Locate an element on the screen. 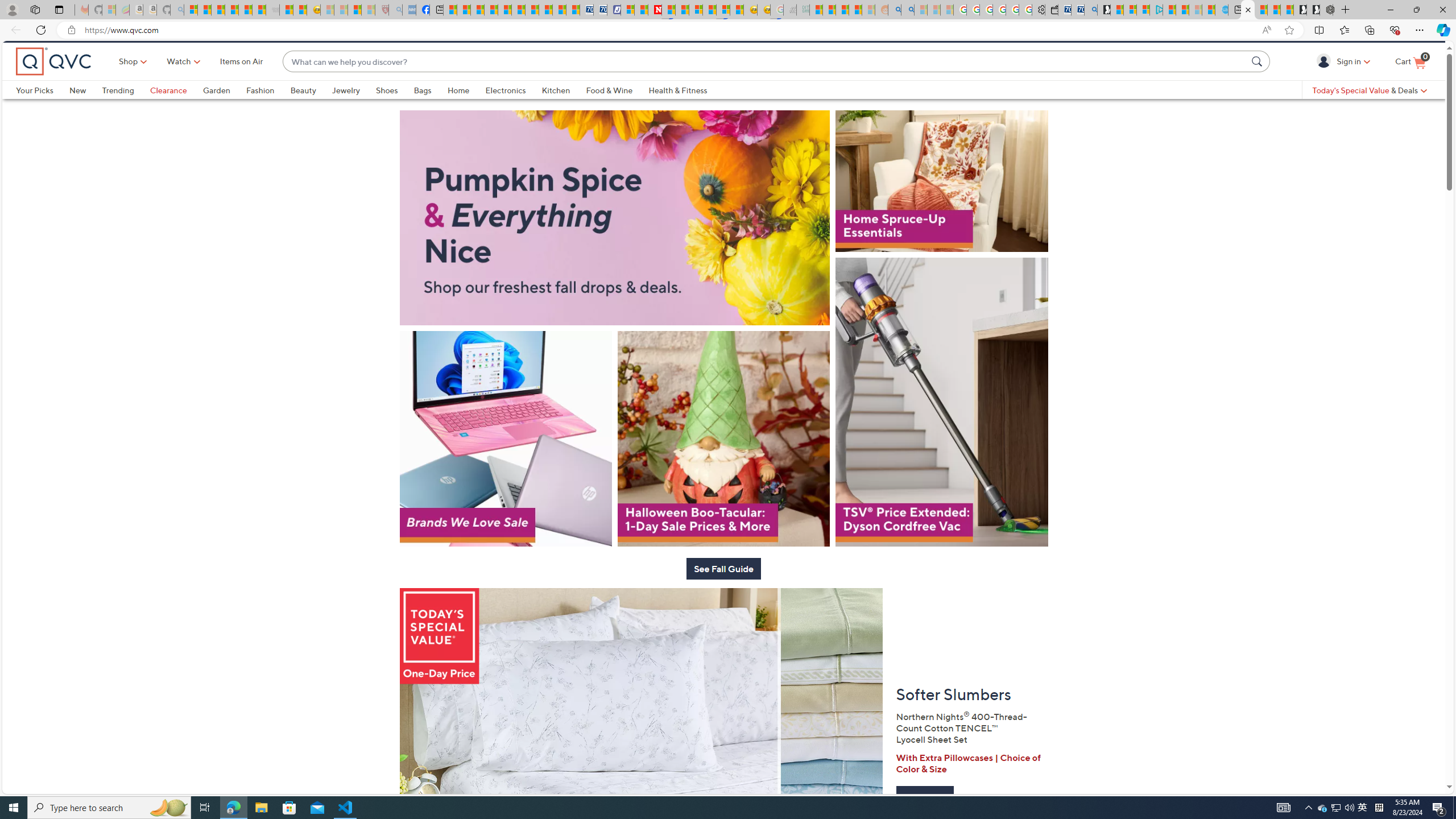 Image resolution: width=1456 pixels, height=819 pixels. 'Home Spruce-Up Essentials' is located at coordinates (941, 216).